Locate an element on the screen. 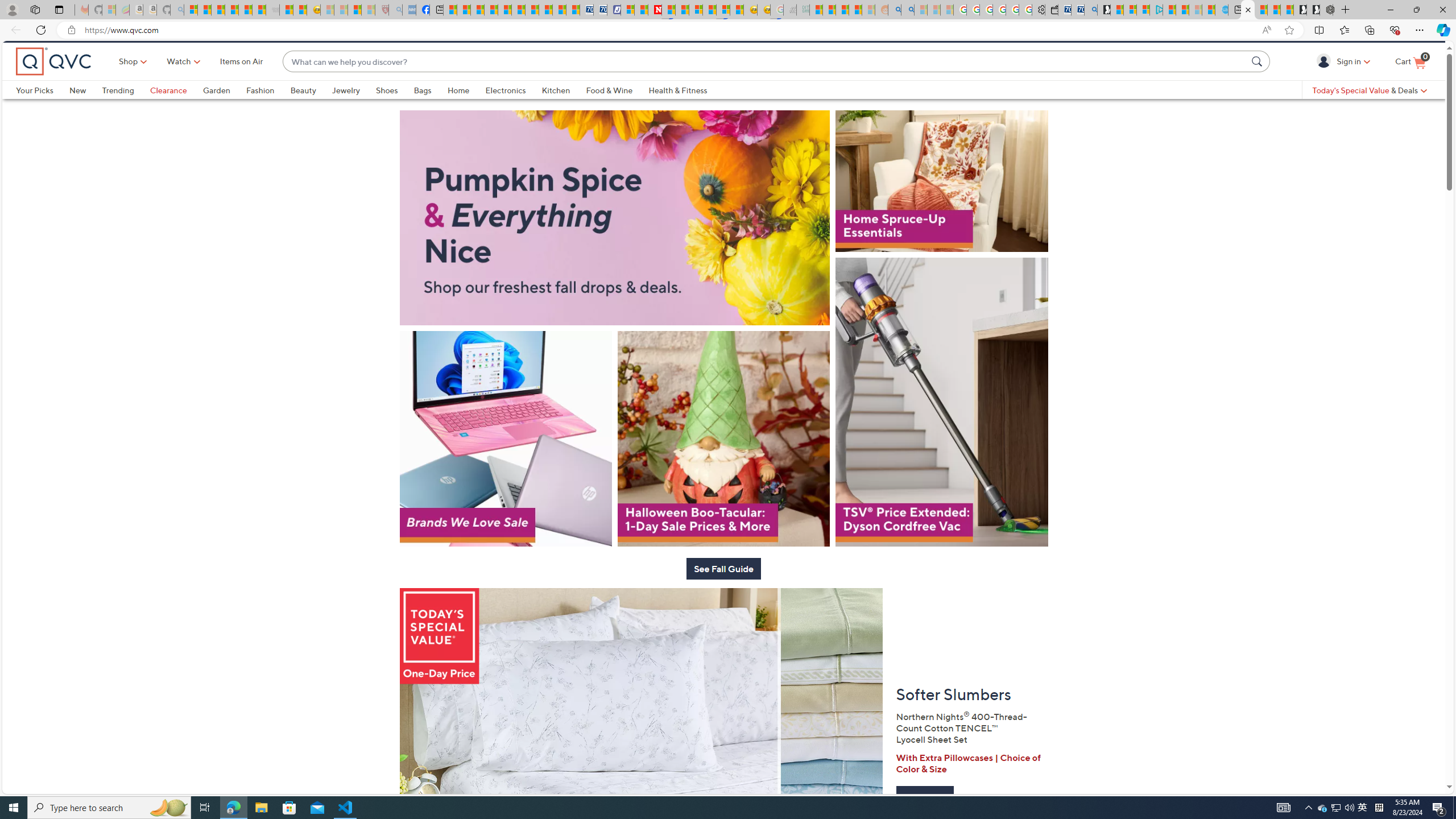 Image resolution: width=1456 pixels, height=819 pixels. 'Home Spruce-Up Essentials' is located at coordinates (941, 216).